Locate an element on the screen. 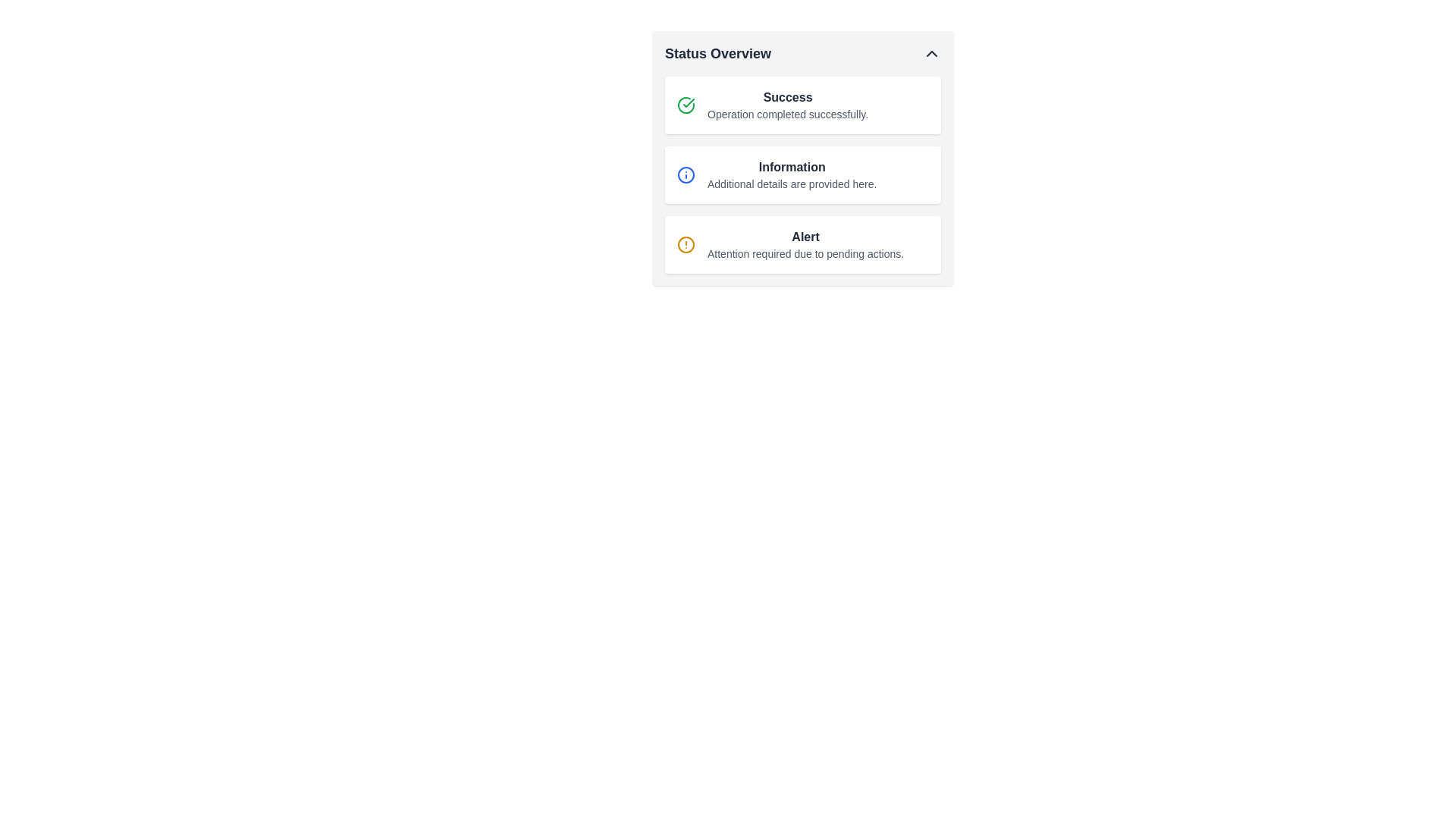 The height and width of the screenshot is (819, 1456). the circular icon with a blue outline and a smaller blue dot, located to the left of the 'Information' label in the status overview card is located at coordinates (686, 174).